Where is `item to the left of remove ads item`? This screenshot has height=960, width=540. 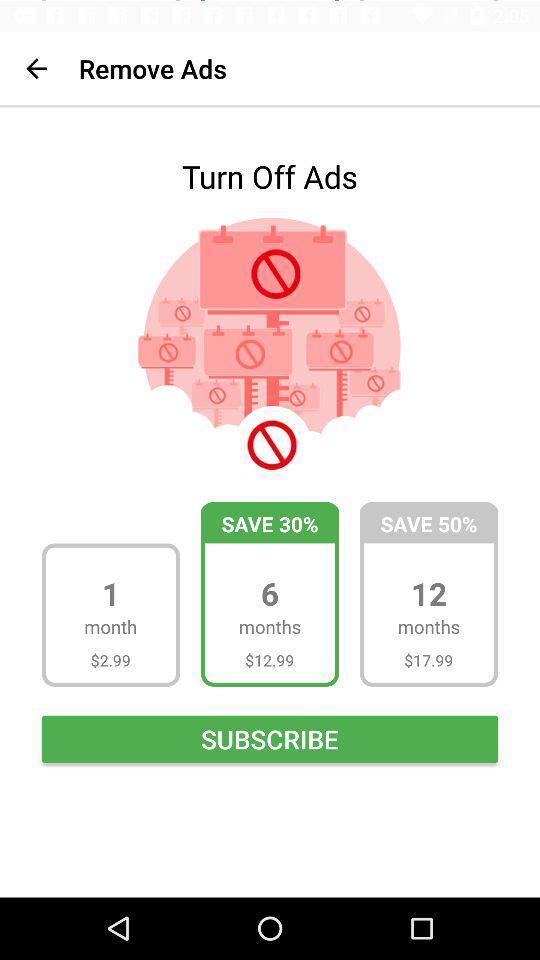
item to the left of remove ads item is located at coordinates (36, 68).